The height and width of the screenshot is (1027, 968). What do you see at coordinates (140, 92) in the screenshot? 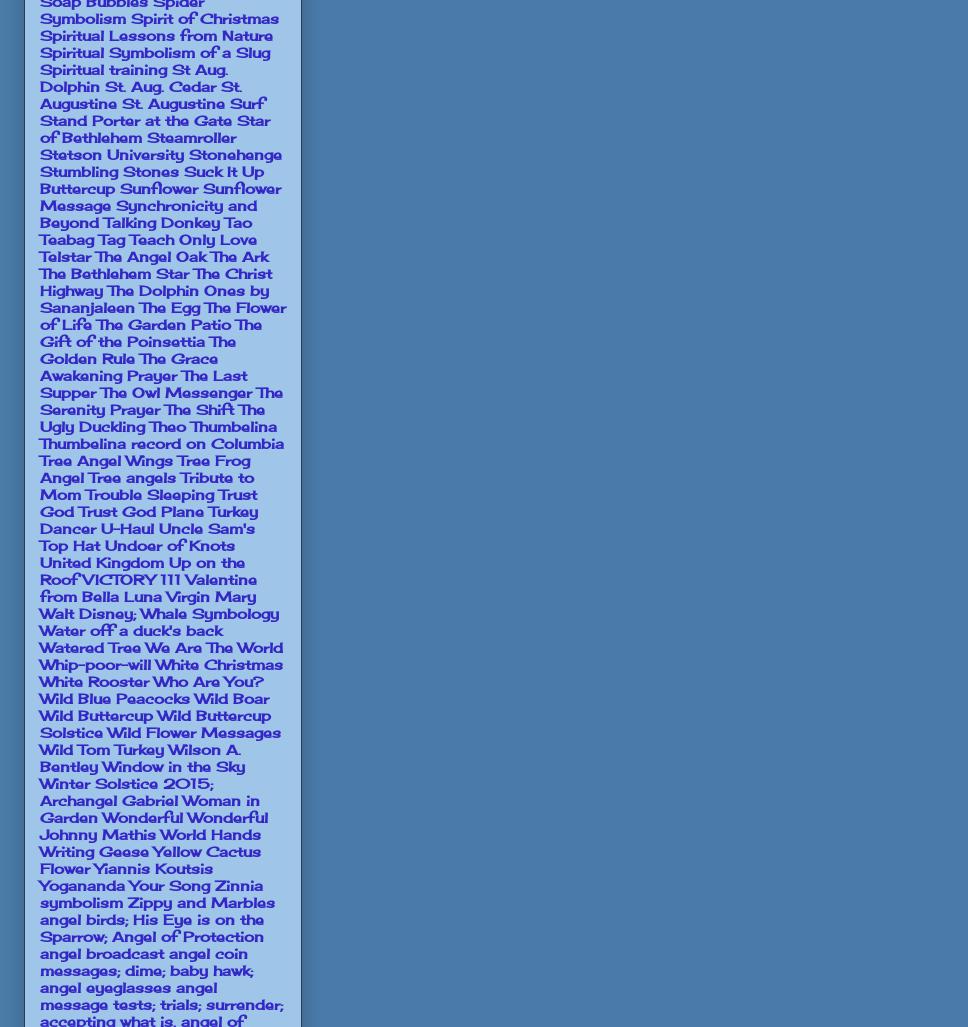
I see `'St. Augustine'` at bounding box center [140, 92].